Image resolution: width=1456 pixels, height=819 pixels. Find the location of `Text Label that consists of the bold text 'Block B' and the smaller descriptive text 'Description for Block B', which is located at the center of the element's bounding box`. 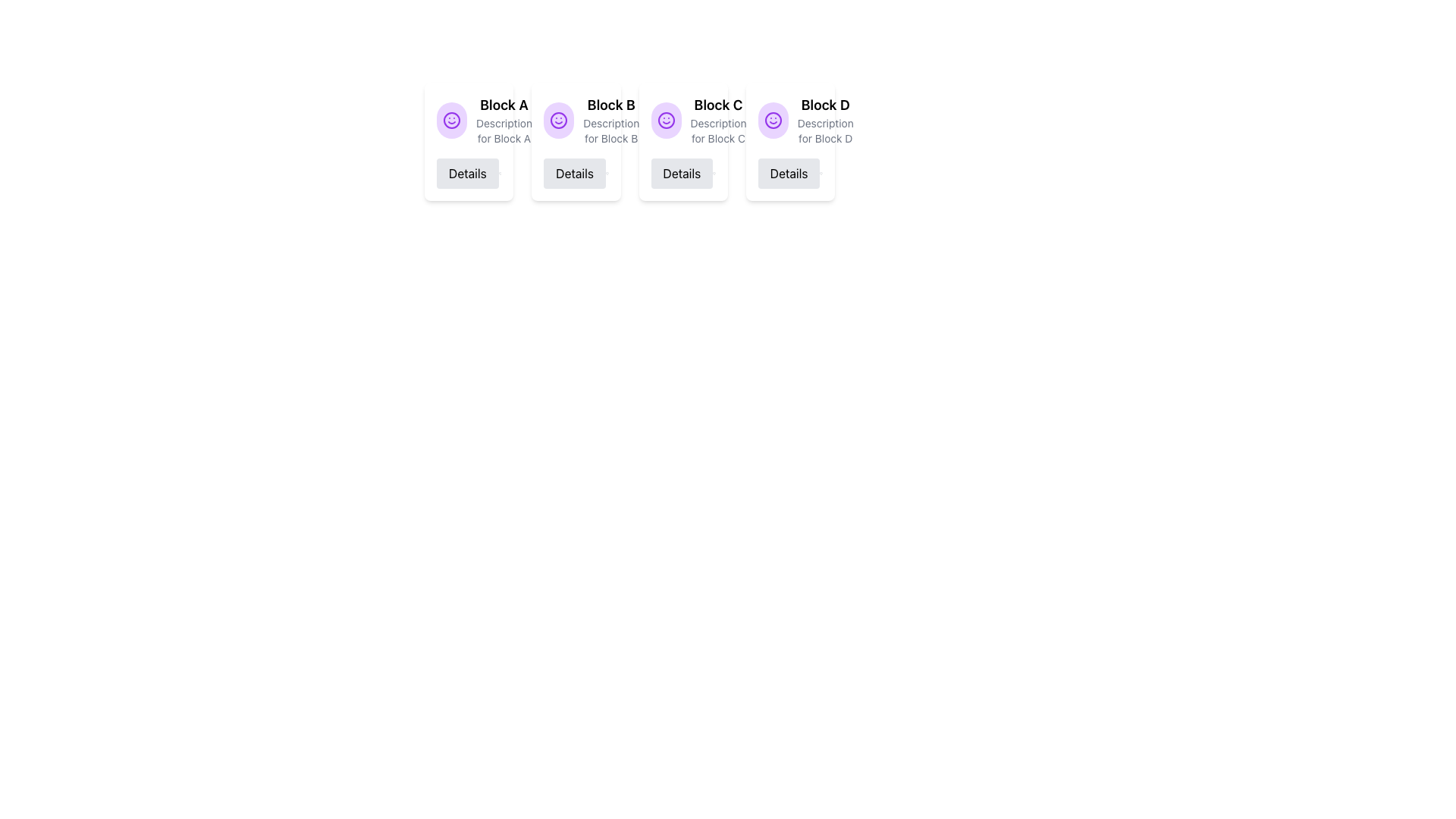

Text Label that consists of the bold text 'Block B' and the smaller descriptive text 'Description for Block B', which is located at the center of the element's bounding box is located at coordinates (611, 119).